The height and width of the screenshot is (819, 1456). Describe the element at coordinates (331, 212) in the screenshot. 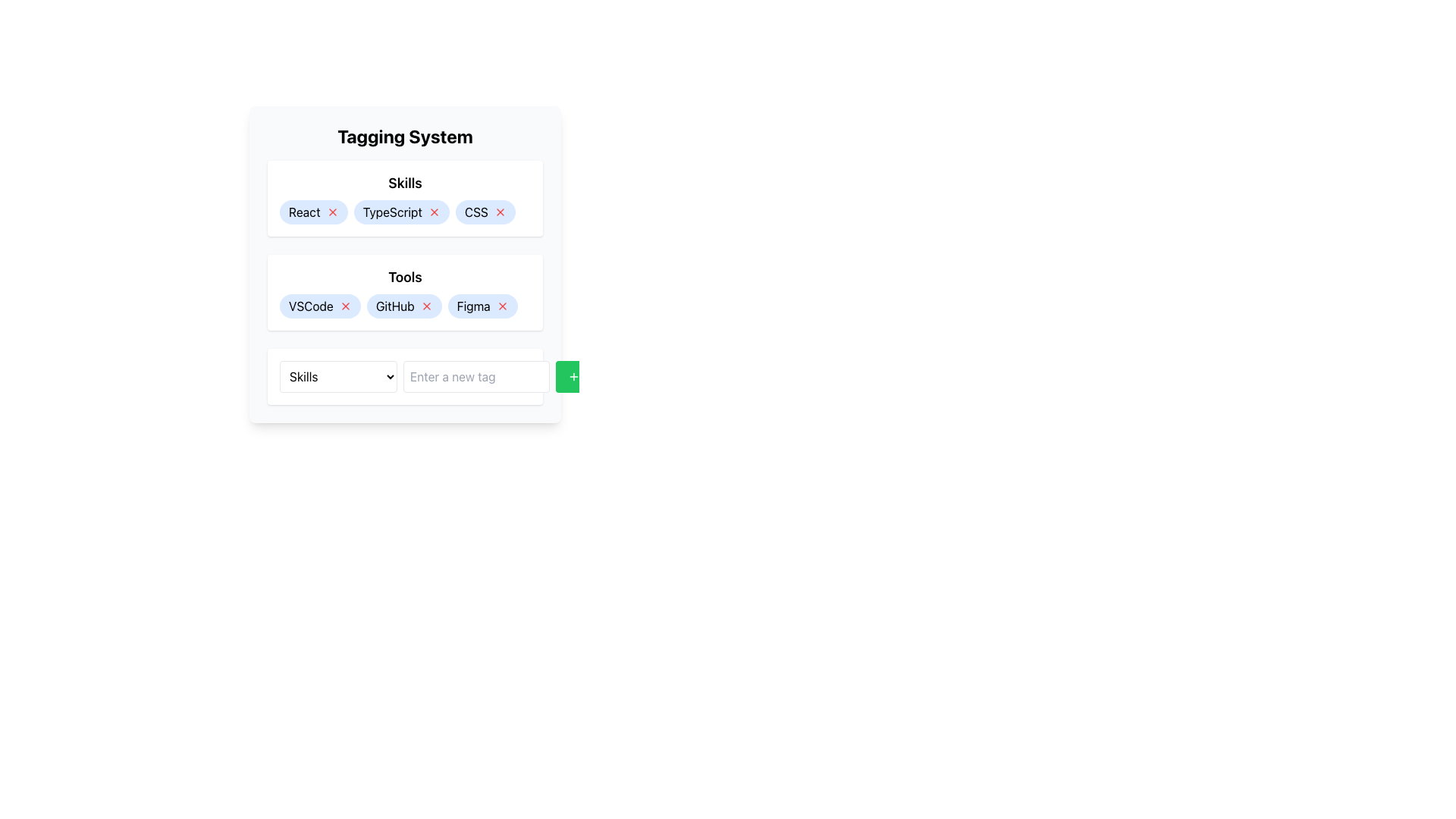

I see `the close button located to the right of the 'React' tag in the 'Skills' section` at that location.